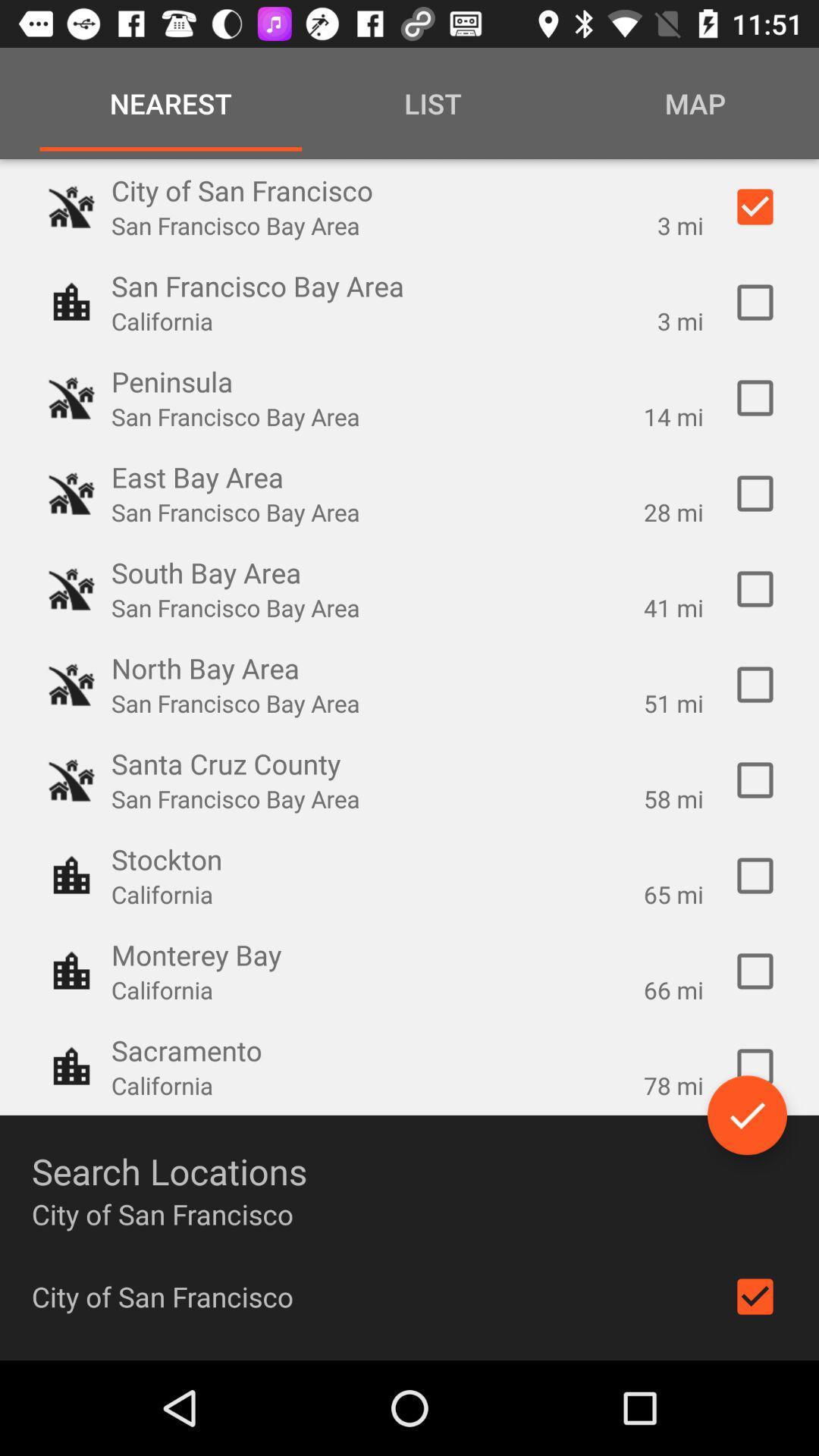  I want to click on selection box, so click(755, 588).